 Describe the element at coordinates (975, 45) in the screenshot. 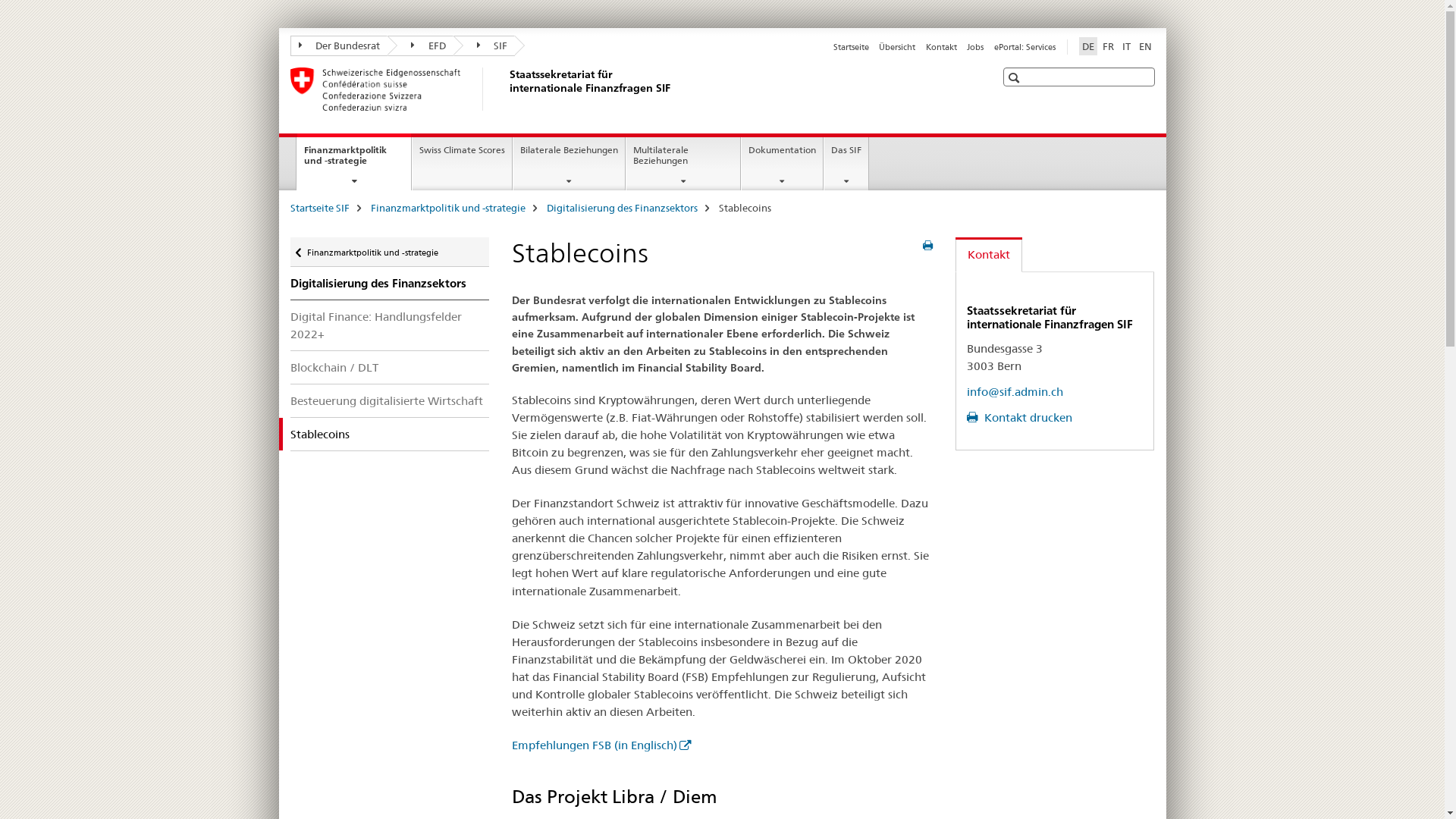

I see `'Jobs'` at that location.